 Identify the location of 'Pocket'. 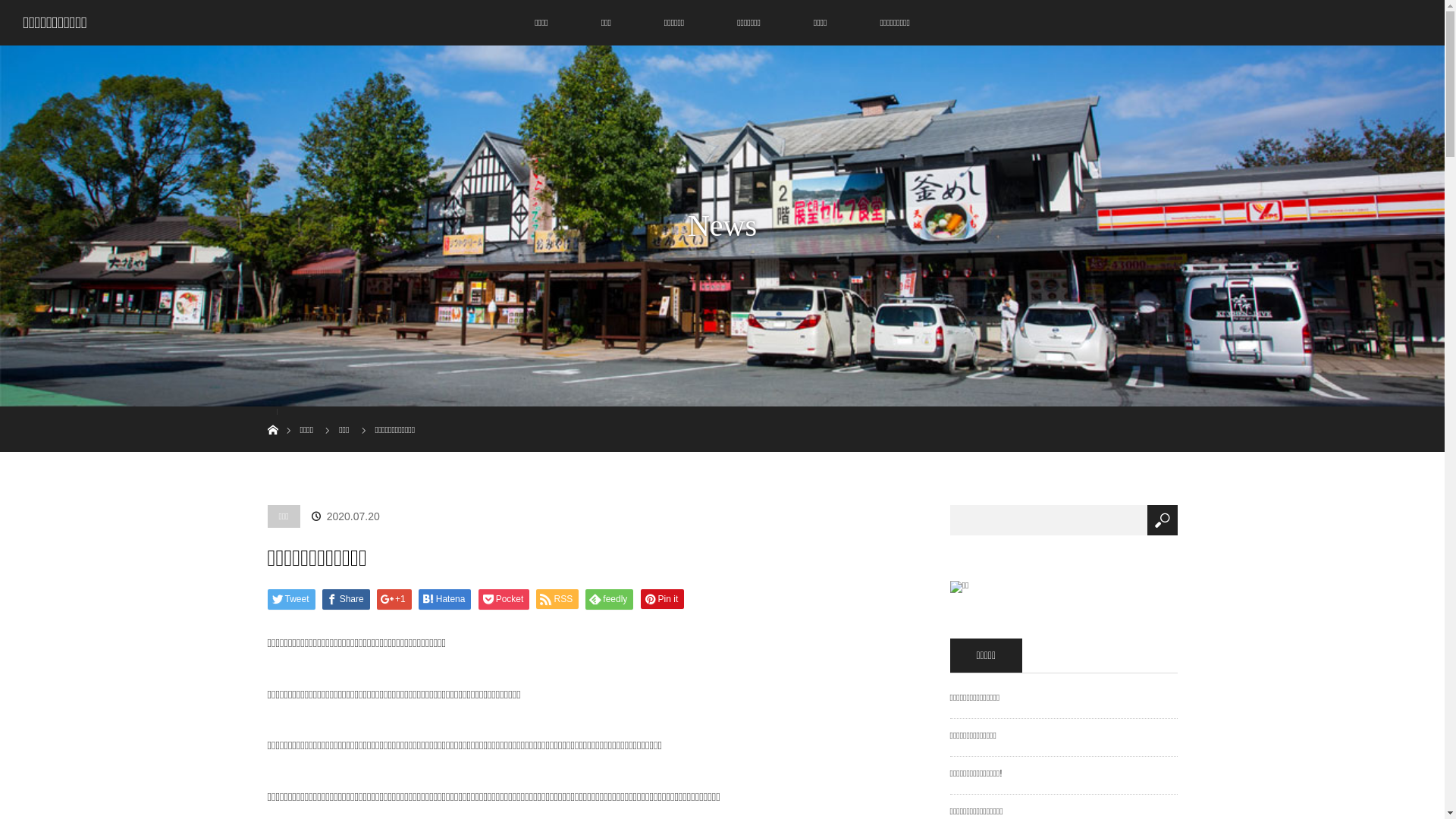
(504, 598).